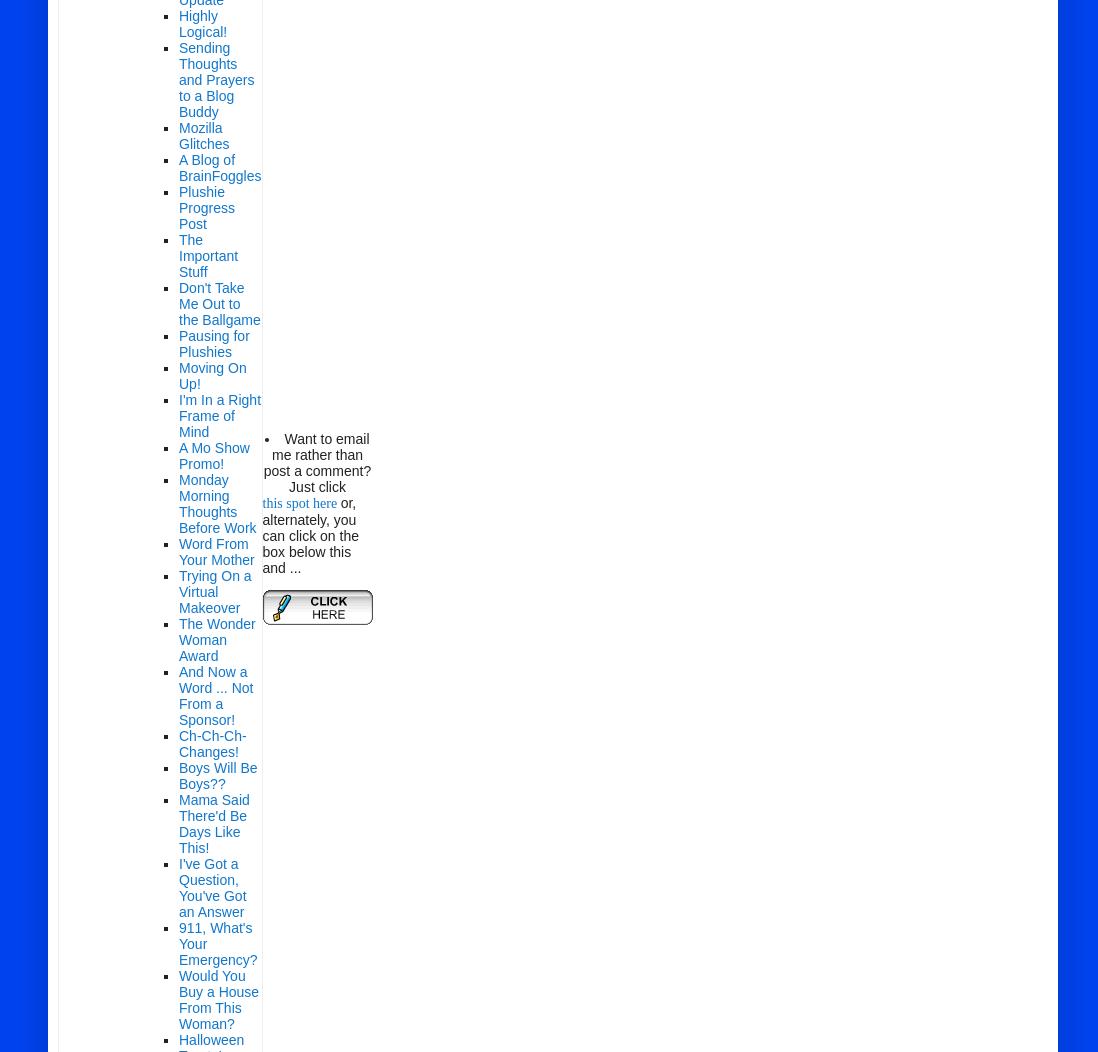 The image size is (1098, 1052). What do you see at coordinates (219, 167) in the screenshot?
I see `'A Blog of BrainFoggles'` at bounding box center [219, 167].